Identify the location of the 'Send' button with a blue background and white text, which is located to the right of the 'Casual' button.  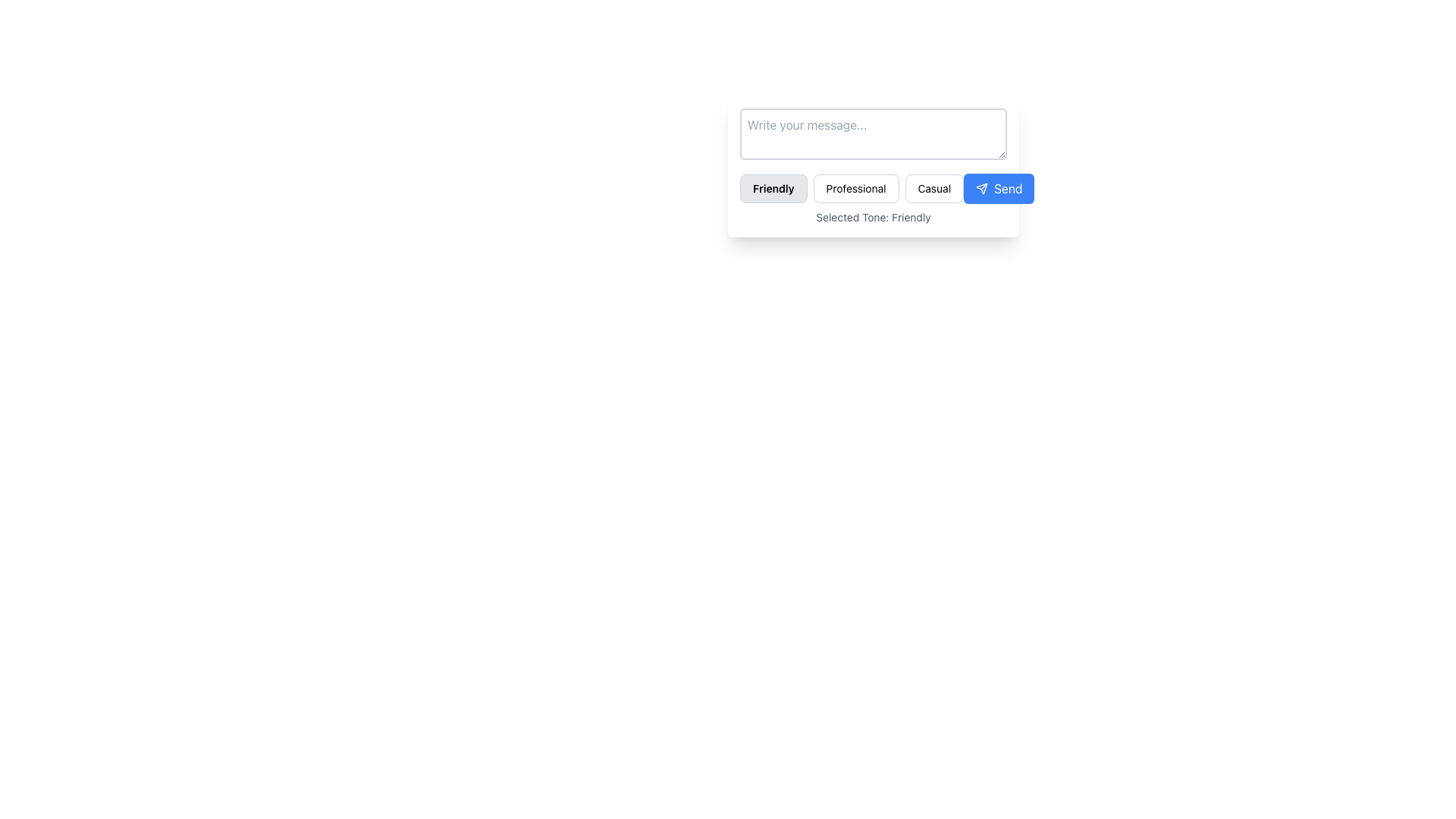
(999, 188).